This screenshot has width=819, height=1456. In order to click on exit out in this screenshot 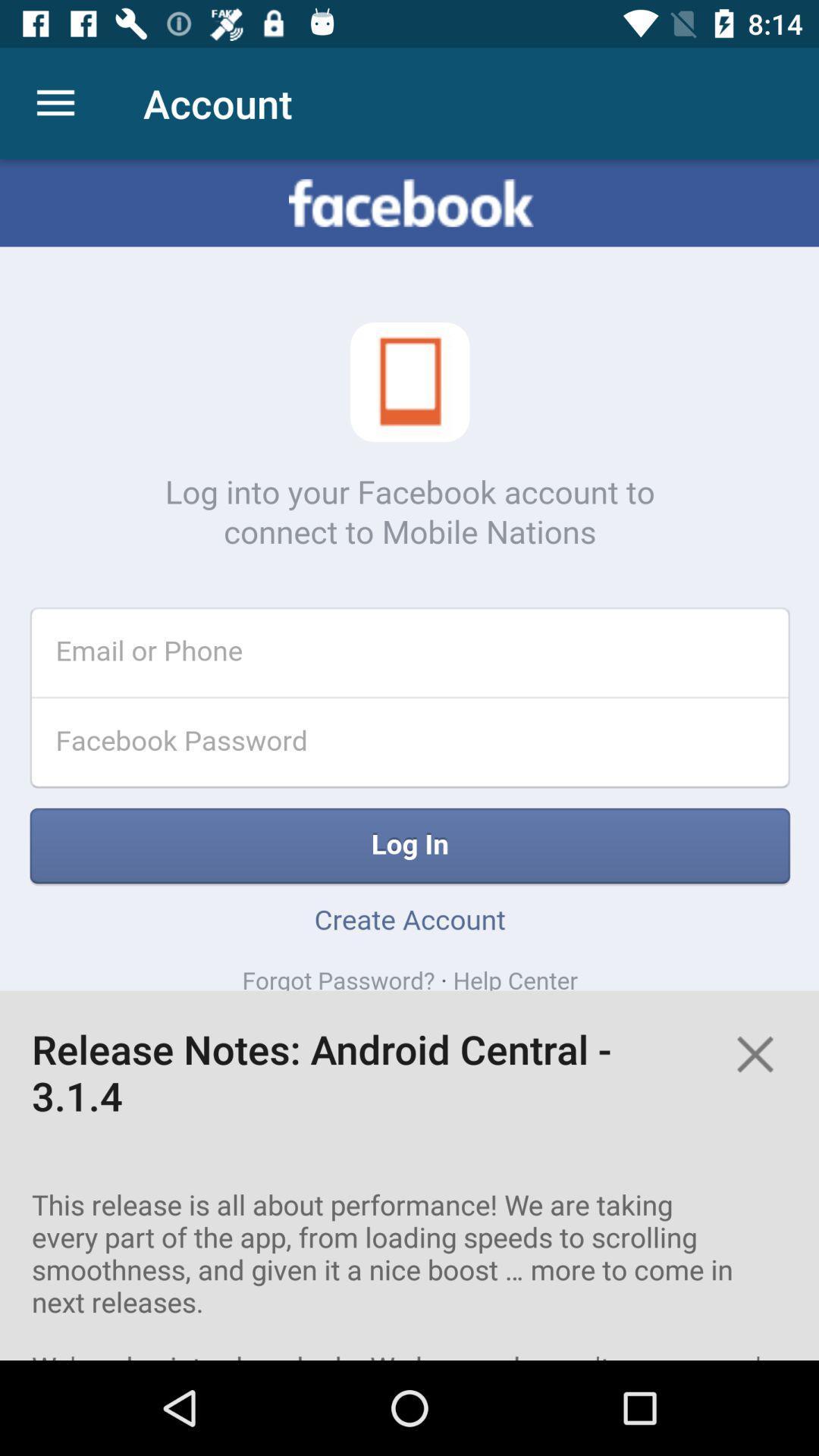, I will do `click(755, 1053)`.